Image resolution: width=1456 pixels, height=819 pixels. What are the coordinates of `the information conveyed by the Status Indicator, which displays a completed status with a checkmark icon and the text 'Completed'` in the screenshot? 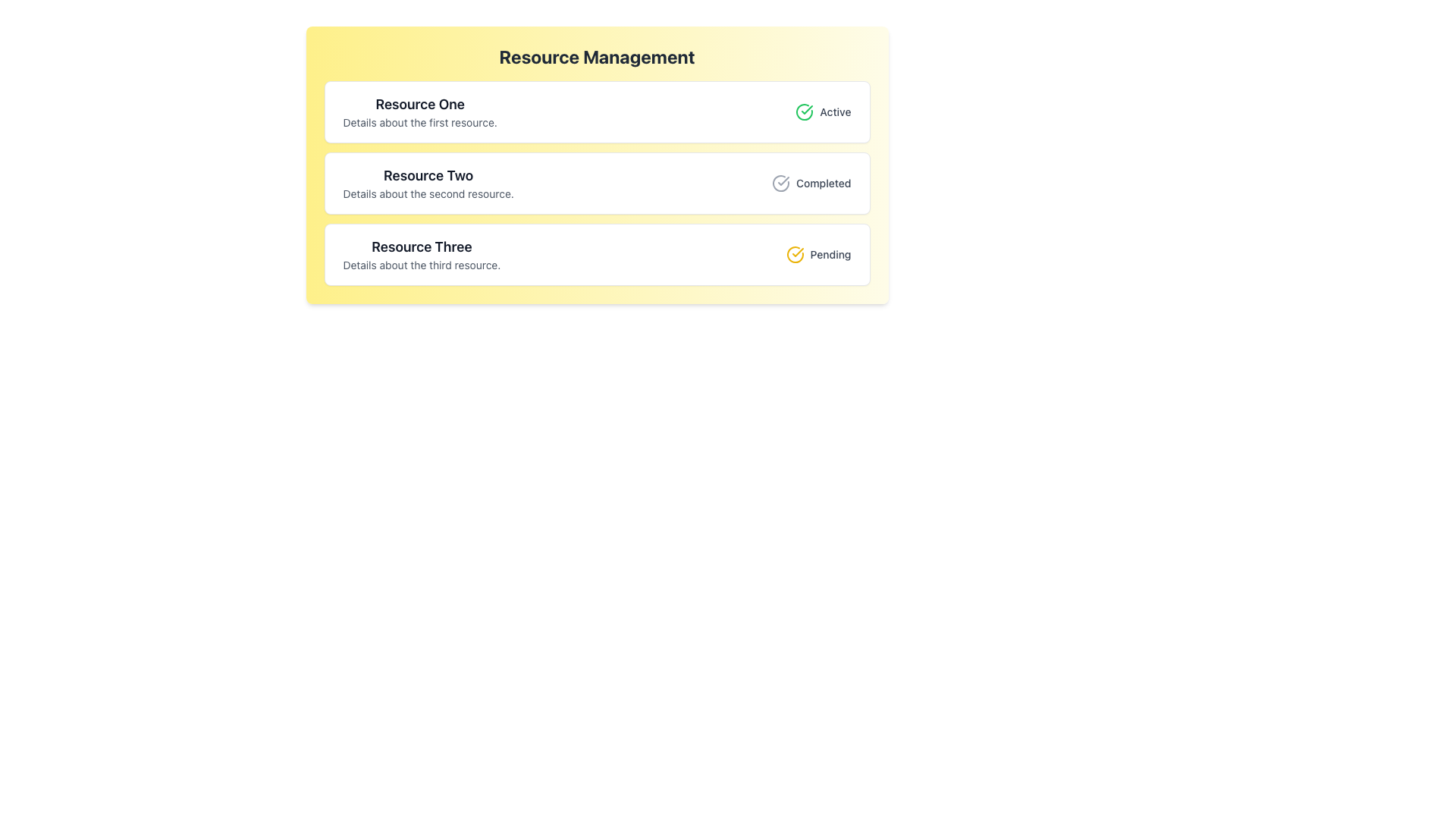 It's located at (811, 183).